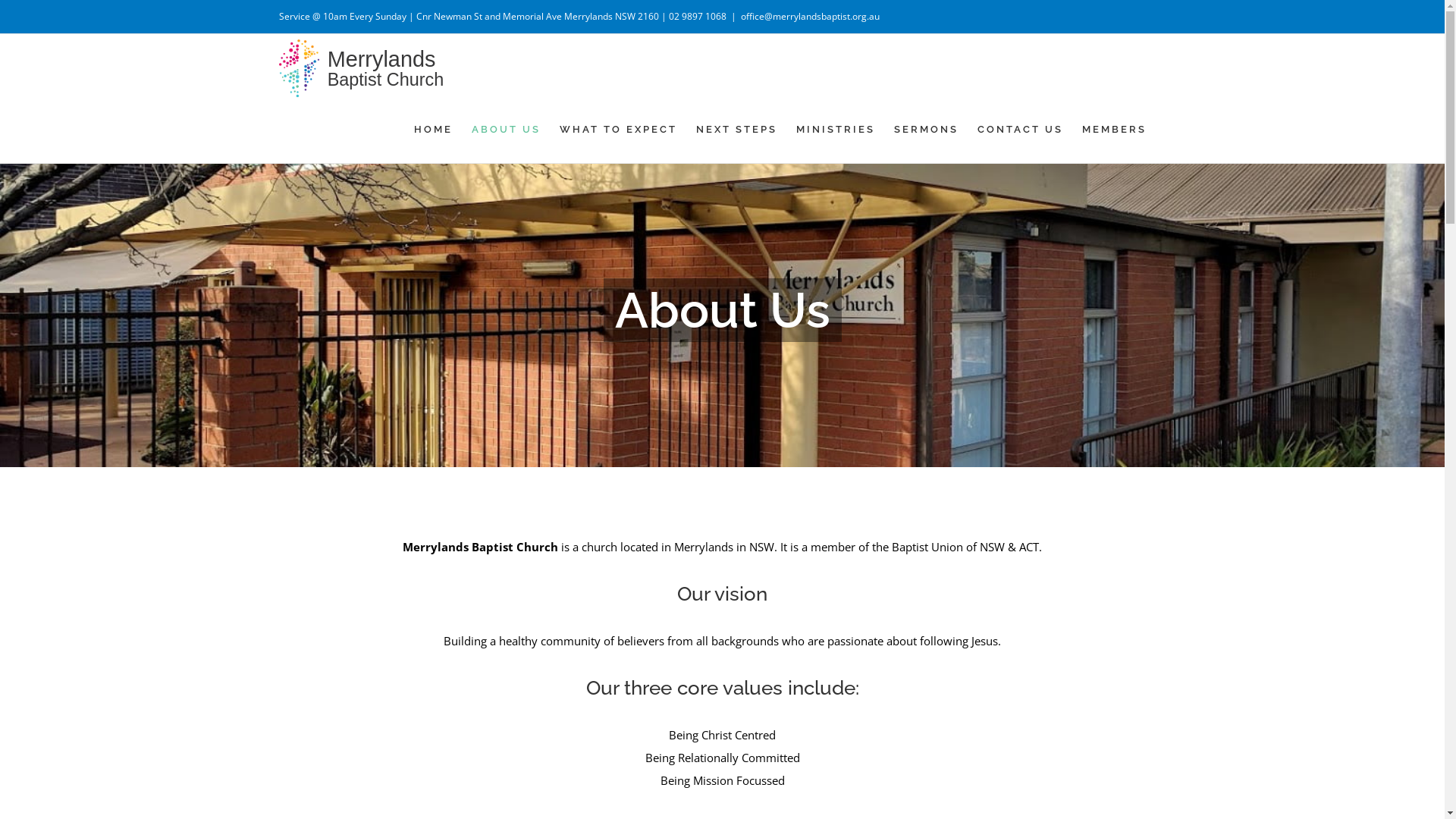  I want to click on 'HOME', so click(414, 127).